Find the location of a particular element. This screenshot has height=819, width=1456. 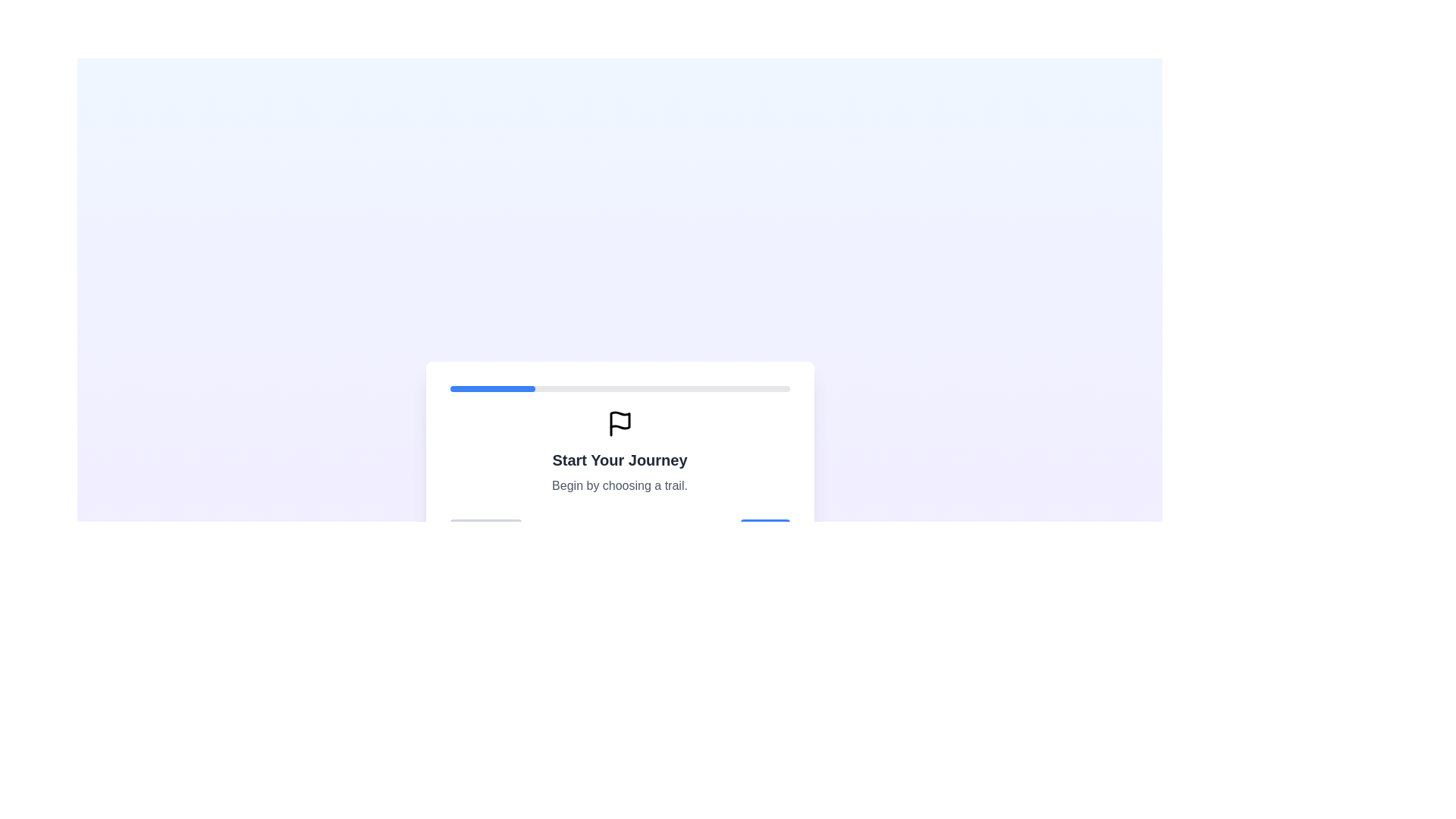

the text element reading 'Start Your Journey', which is prominently displayed in bold and larger dark gray font, located centrally above the text 'Begin by choosing a trail' is located at coordinates (620, 459).